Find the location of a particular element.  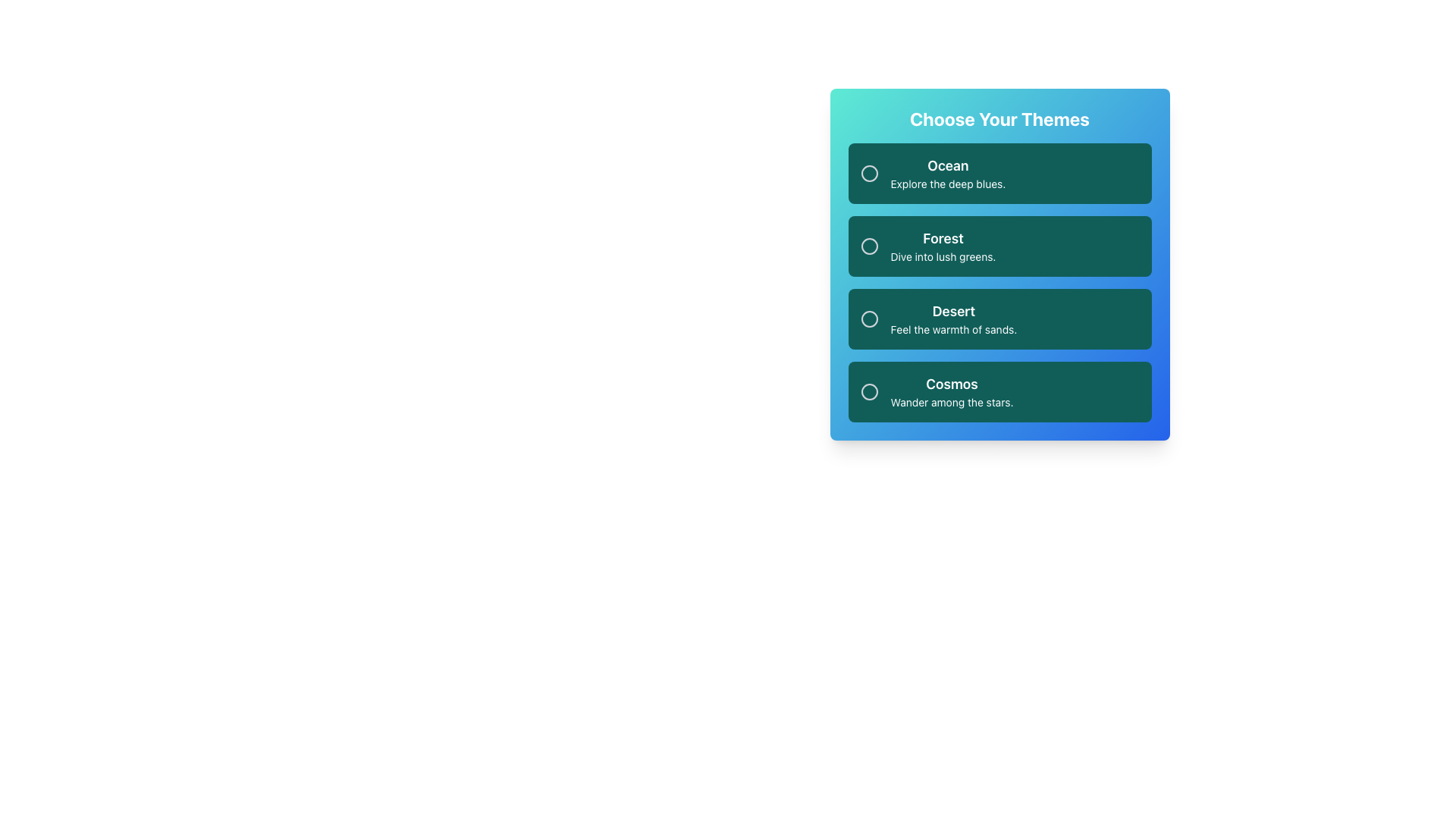

the hollow circular radio button styled in gray, located in front of the 'Desert' theme option is located at coordinates (869, 318).